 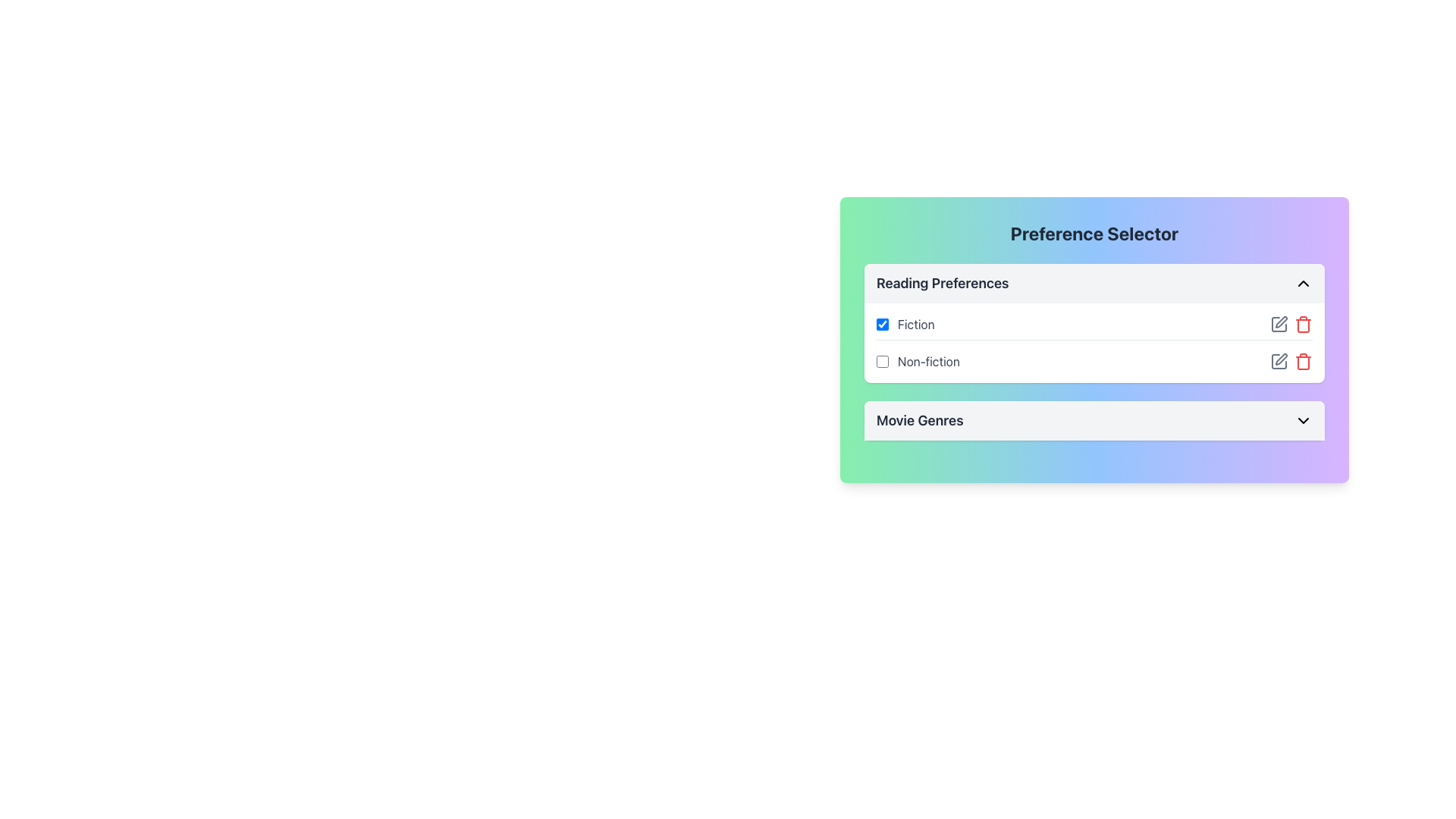 I want to click on the 'Non-fiction' checkbox element located in the second row of the 'Reading Preferences' section within the 'Preference Selector' panel, so click(x=917, y=362).